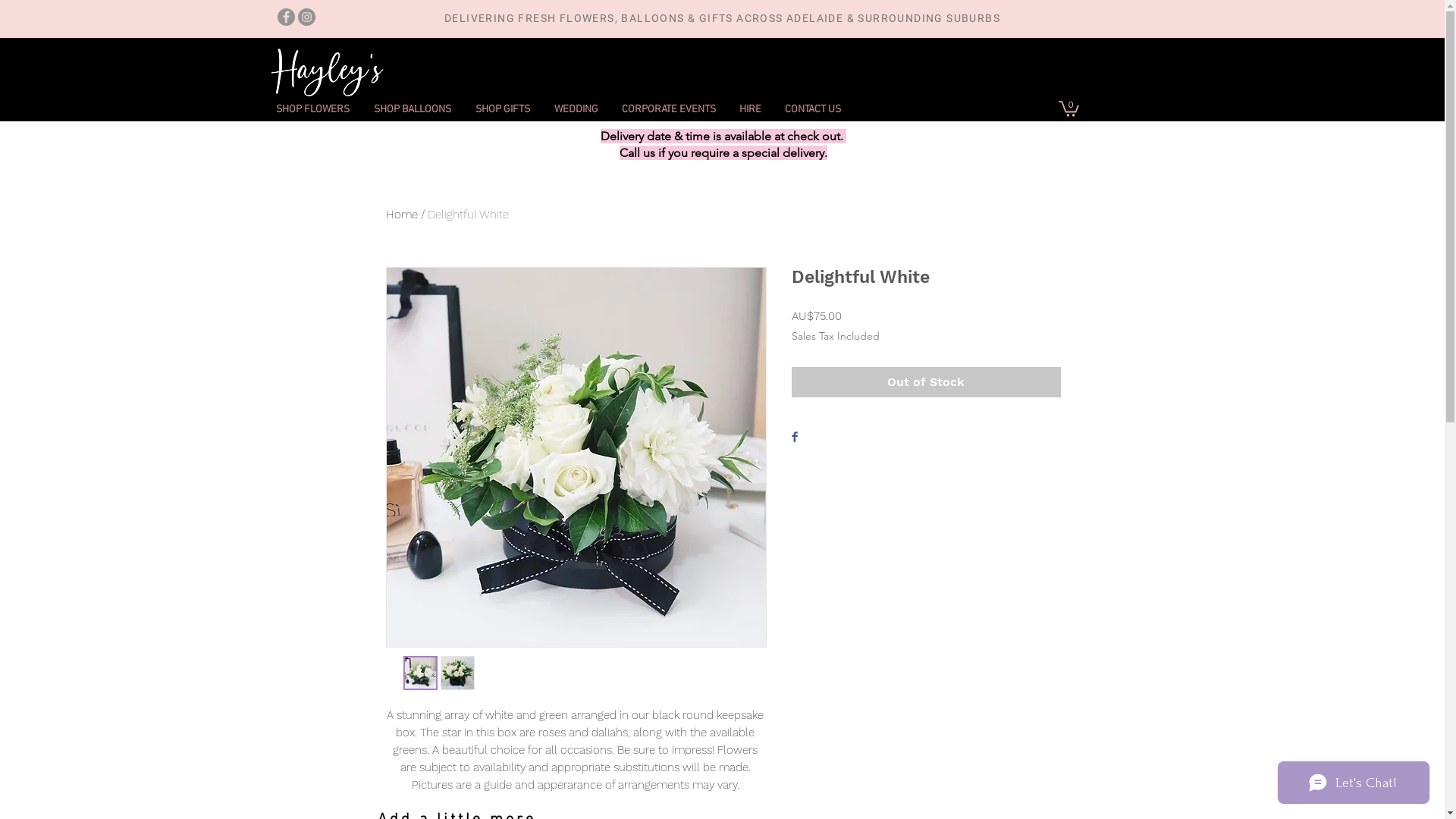 The width and height of the screenshot is (1456, 819). I want to click on 'Home', so click(400, 214).